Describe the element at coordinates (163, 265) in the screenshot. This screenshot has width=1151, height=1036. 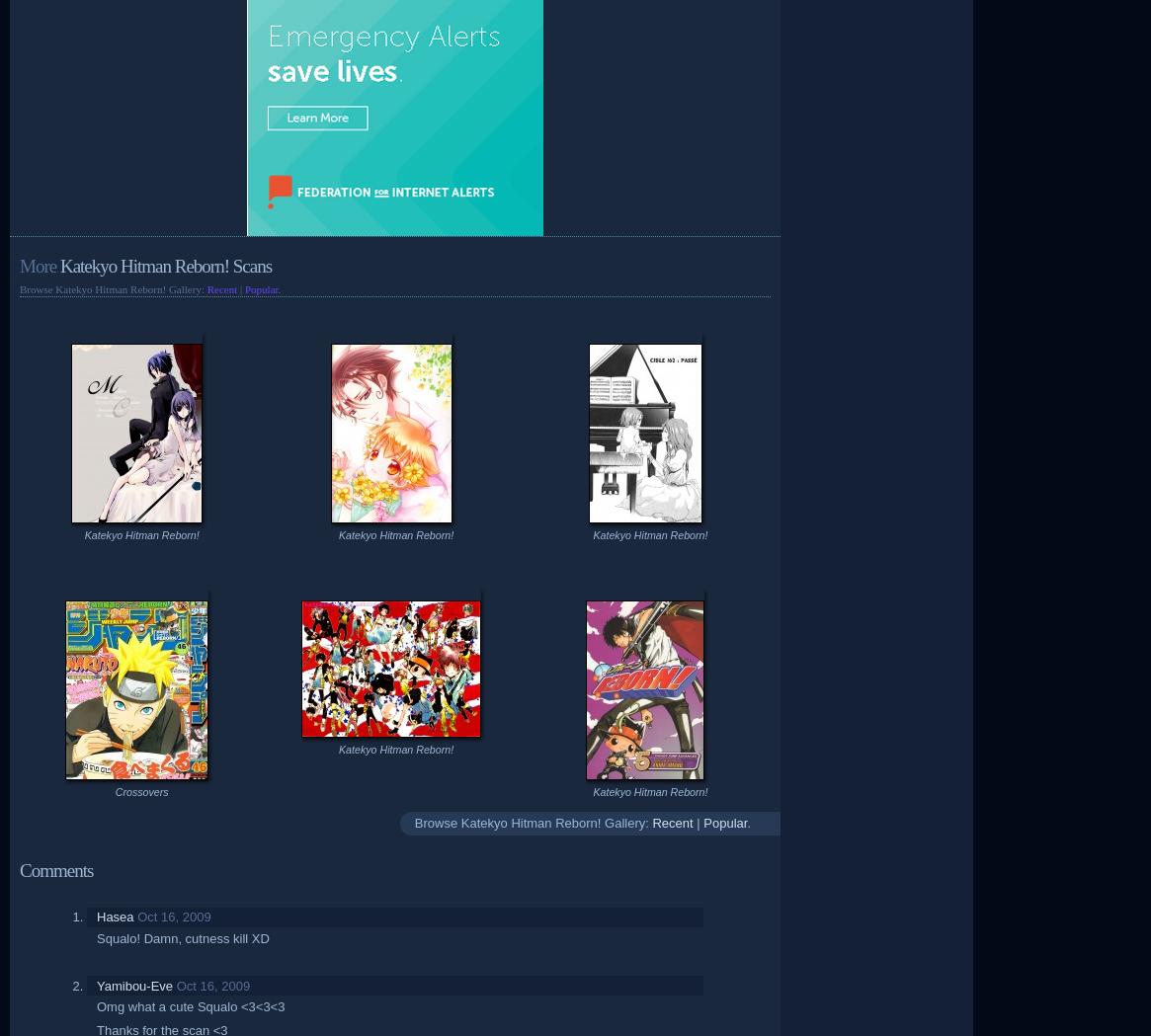
I see `'Katekyo Hitman Reborn! Scans'` at that location.